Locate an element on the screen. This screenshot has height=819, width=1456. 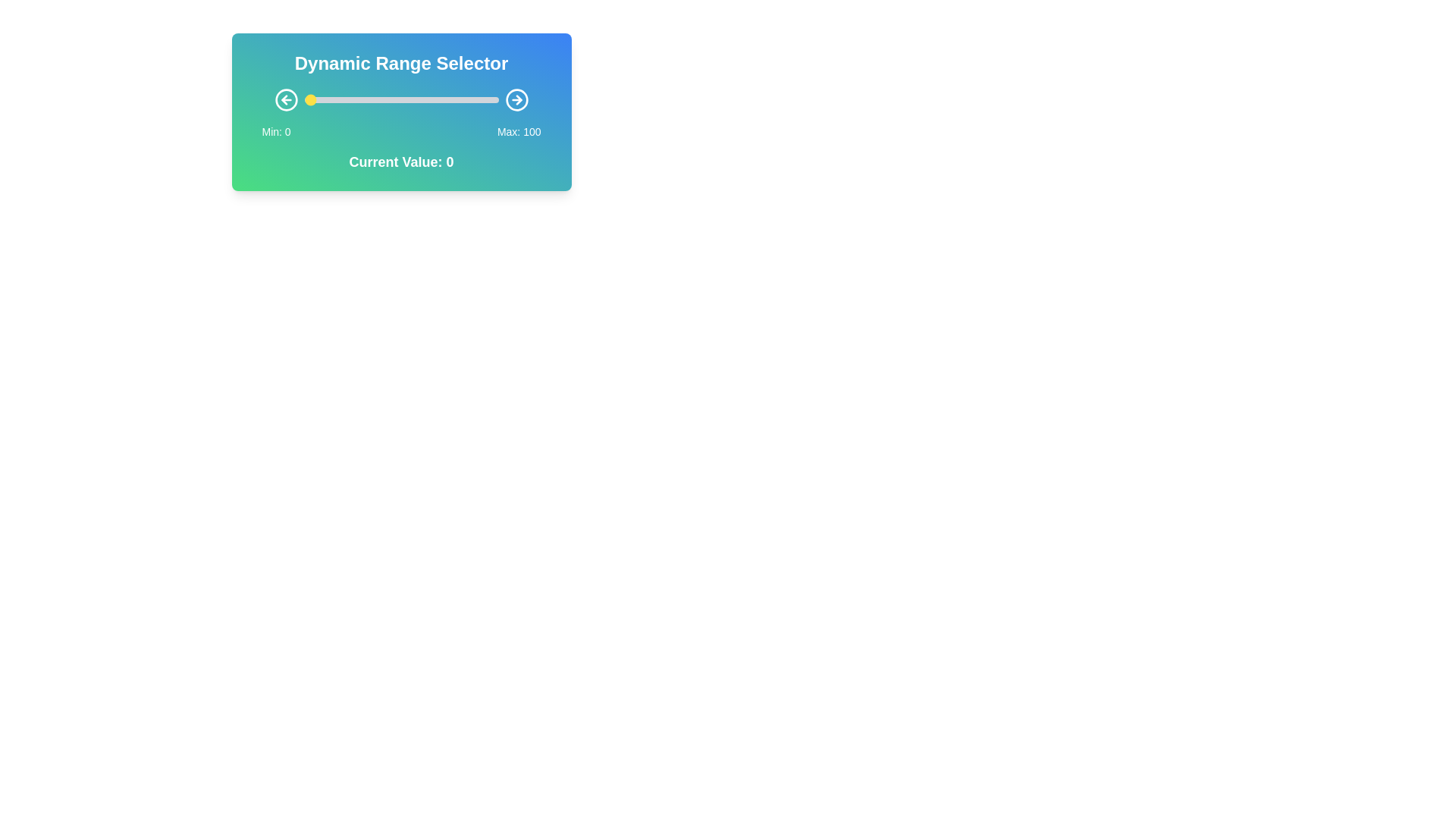
the left arrow button to decrease the slider value is located at coordinates (286, 99).